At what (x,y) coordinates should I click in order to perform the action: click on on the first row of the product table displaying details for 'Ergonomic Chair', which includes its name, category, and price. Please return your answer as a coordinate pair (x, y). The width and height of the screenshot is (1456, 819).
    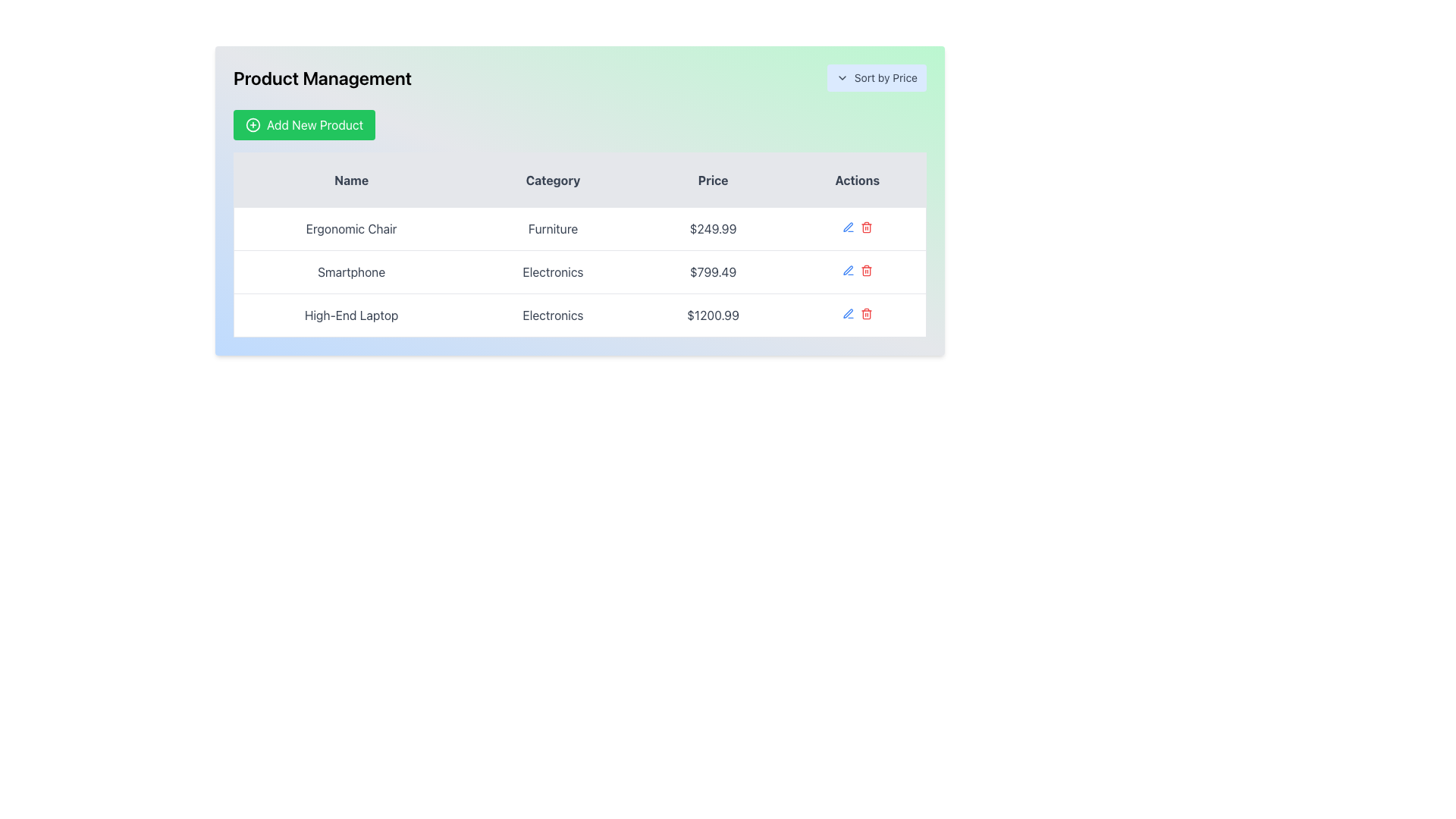
    Looking at the image, I should click on (579, 228).